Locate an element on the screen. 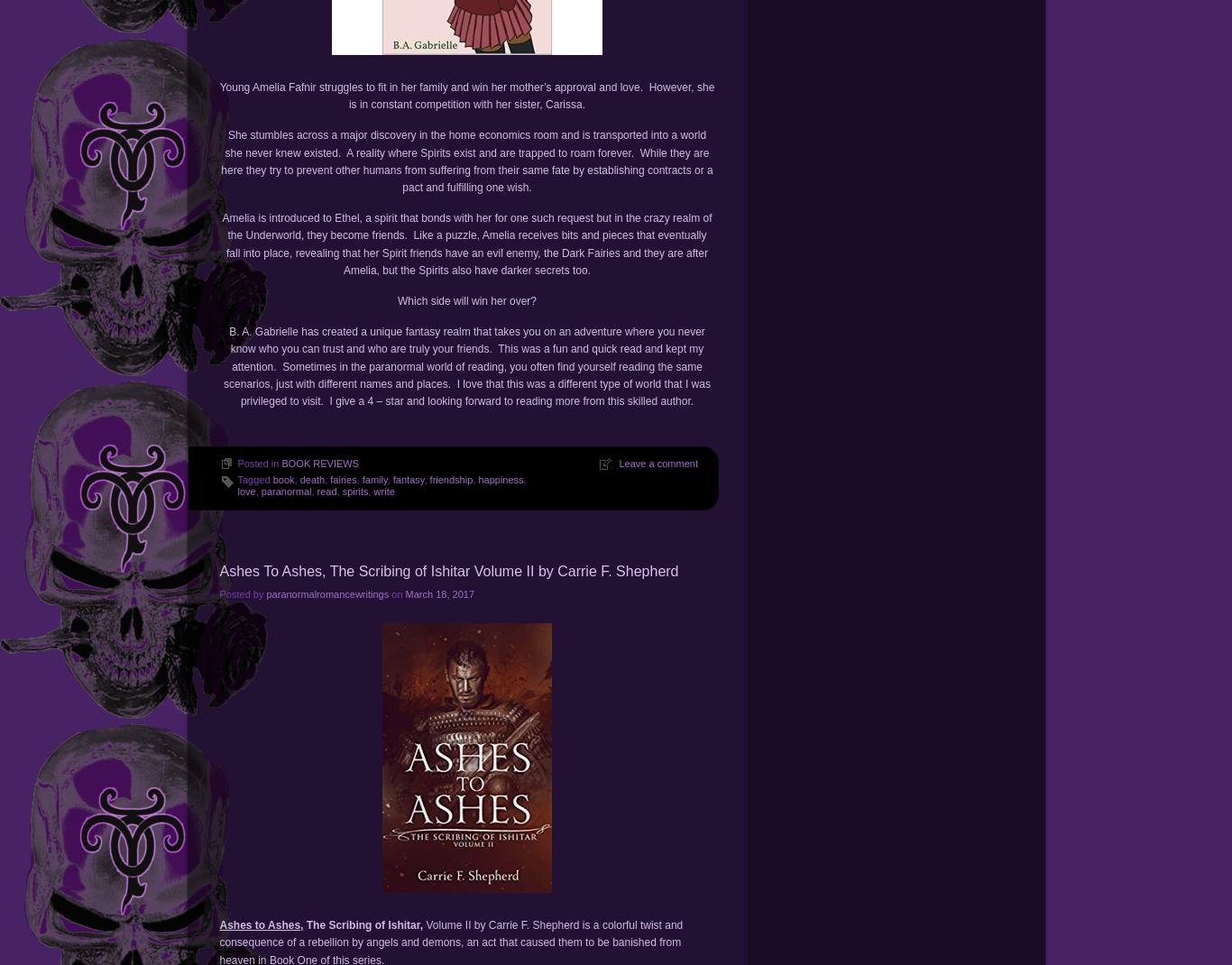 This screenshot has height=965, width=1232. 'fairies' is located at coordinates (342, 480).